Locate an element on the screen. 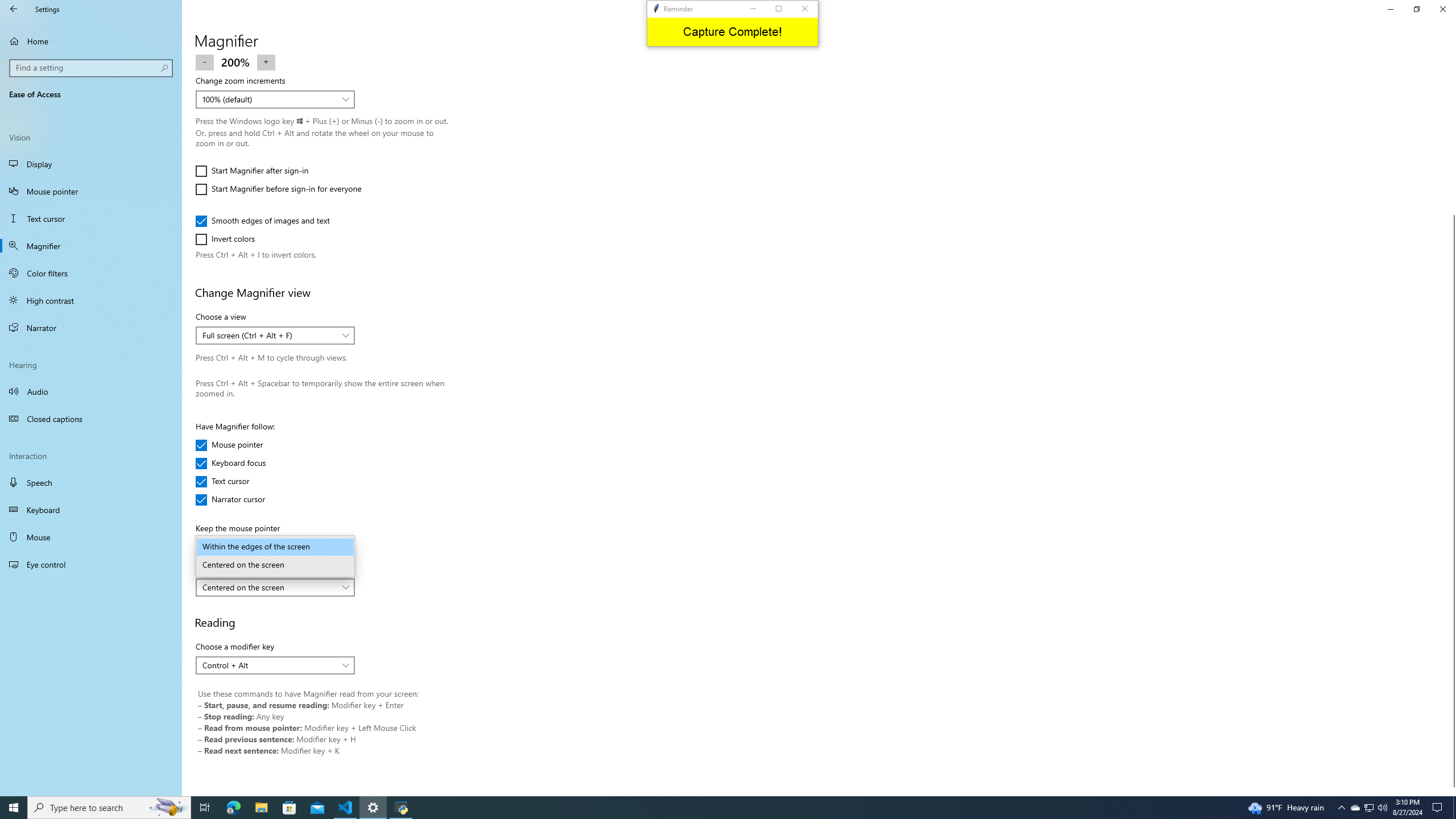  'Type here to search' is located at coordinates (109, 806).